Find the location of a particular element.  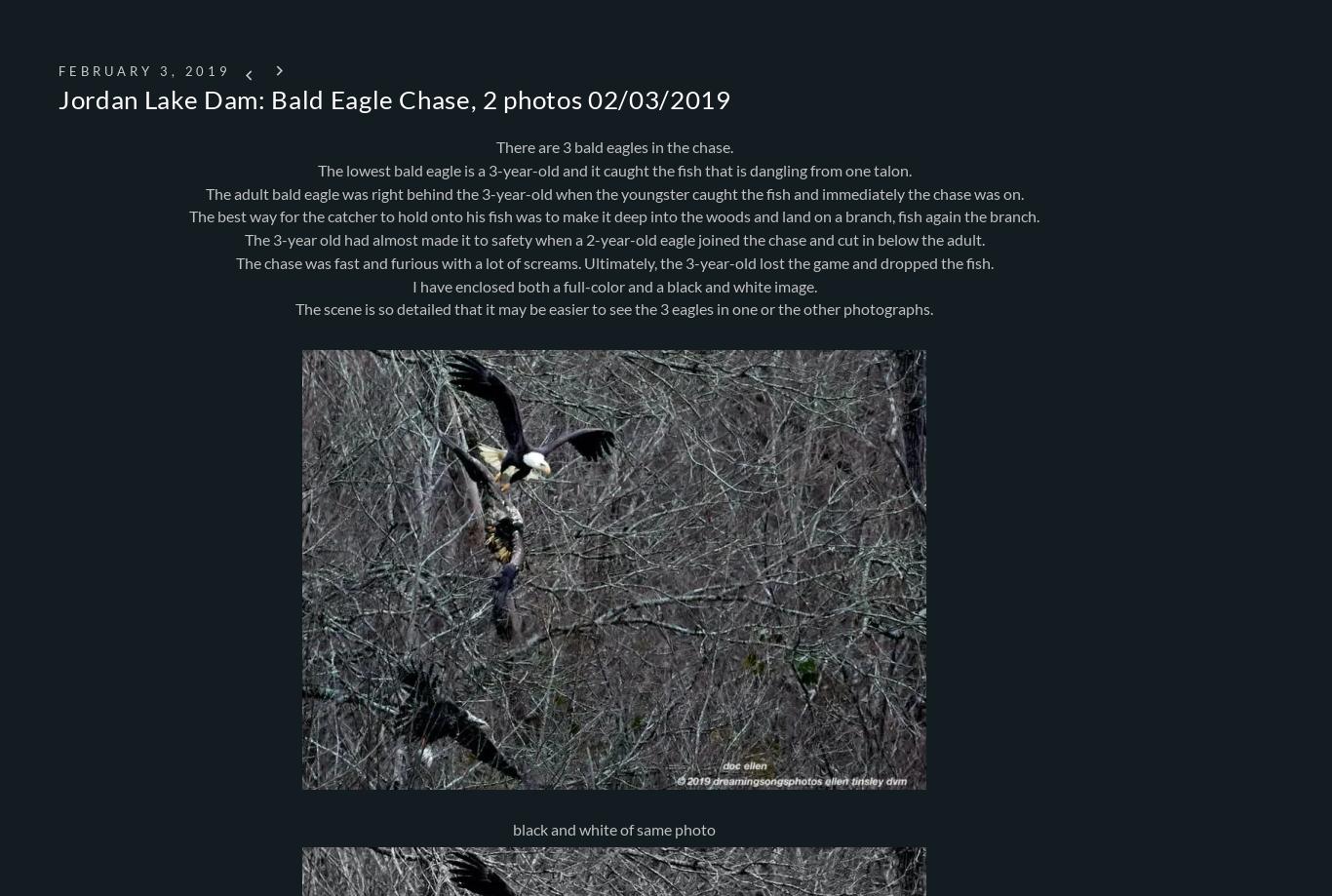

'The scene is so detailed that it may be easier to see the 3 eagles in one or the other photographs.' is located at coordinates (294, 307).